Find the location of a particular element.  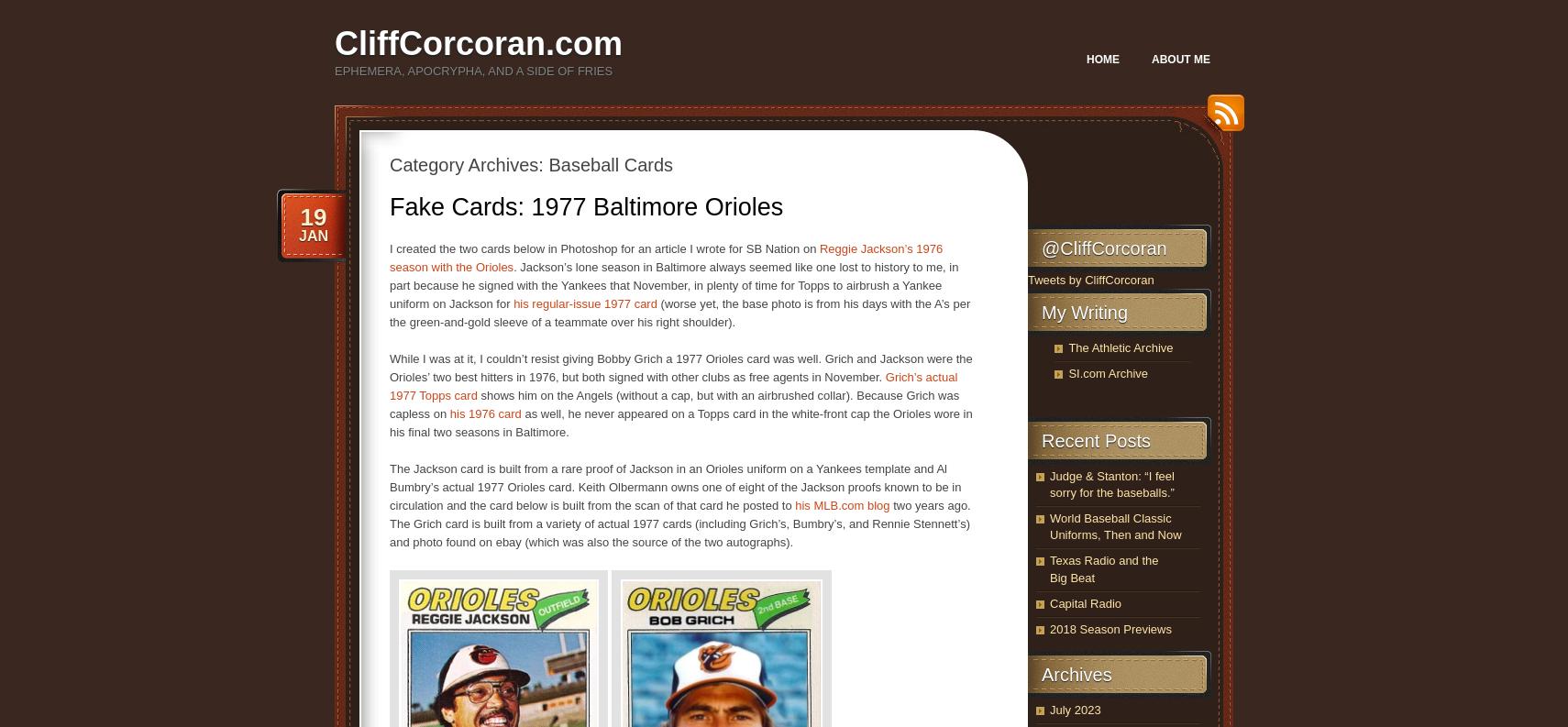

'(worse yet, the base photo is from his days with the A’s per the green-and-gold sleeve of a teammate over his right shoulder).' is located at coordinates (679, 313).